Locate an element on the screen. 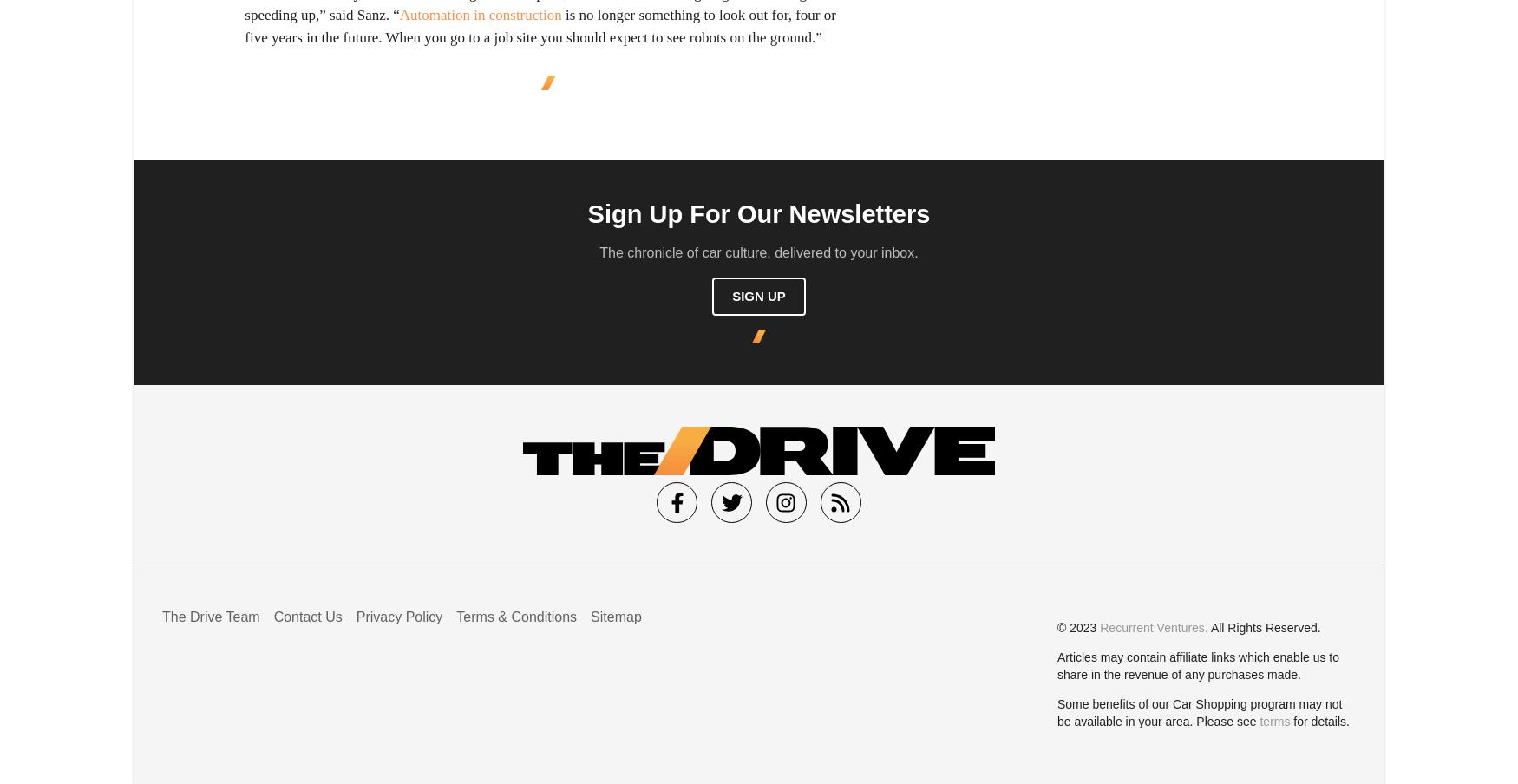  'Privacy Policy' is located at coordinates (399, 615).